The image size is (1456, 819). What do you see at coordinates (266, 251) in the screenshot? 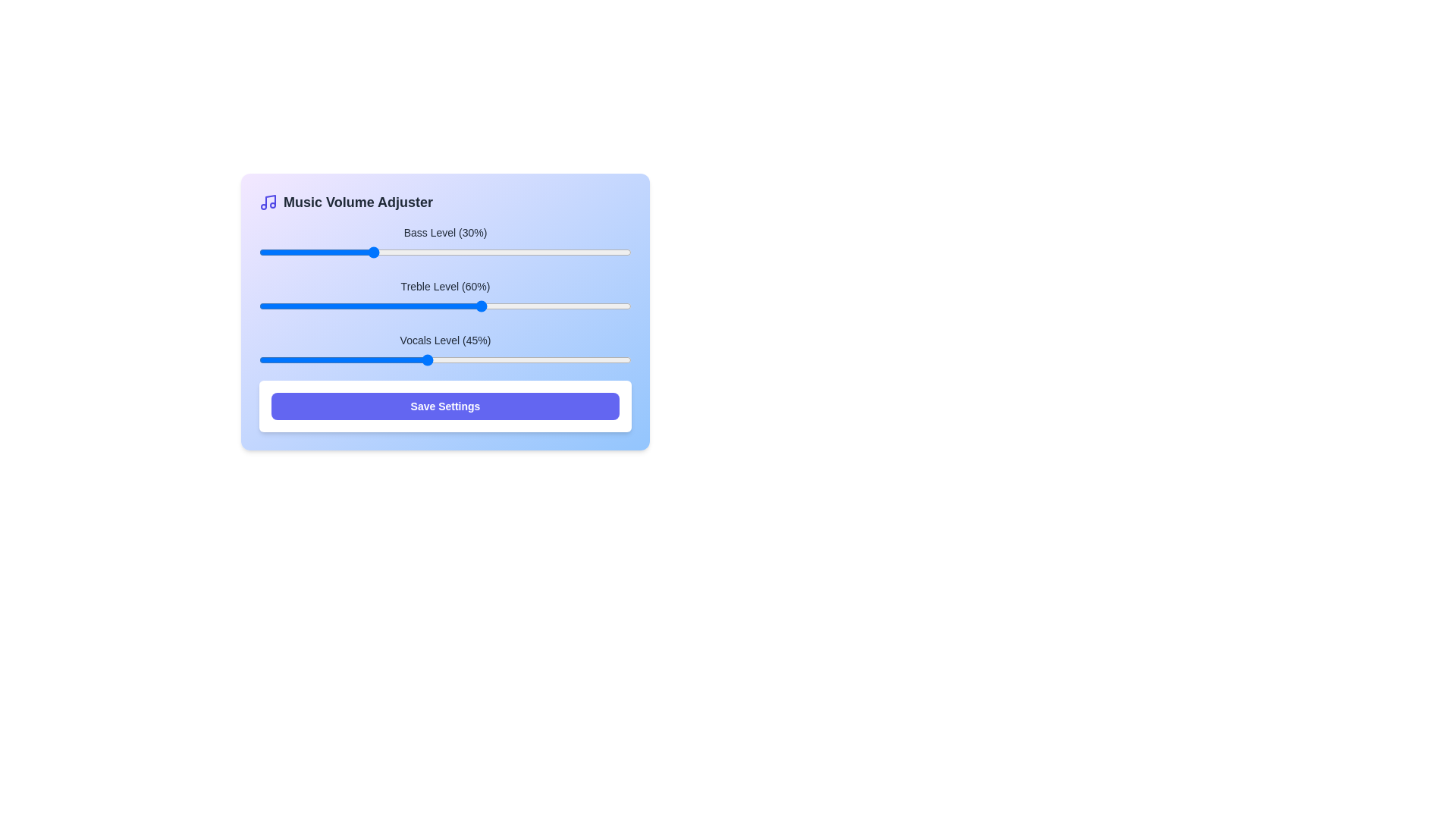
I see `the bass level` at bounding box center [266, 251].